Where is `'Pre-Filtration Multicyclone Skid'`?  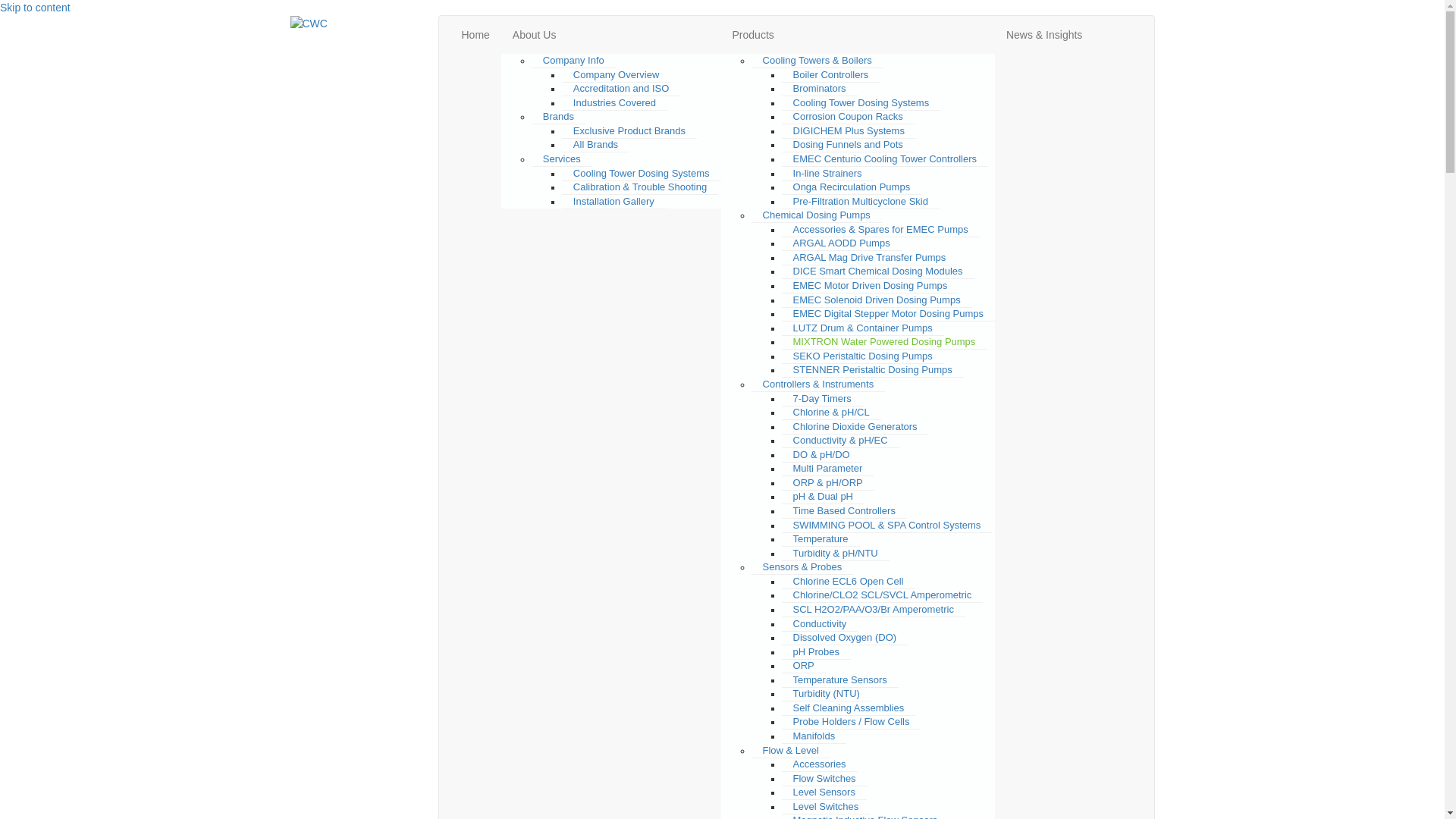 'Pre-Filtration Multicyclone Skid' is located at coordinates (860, 201).